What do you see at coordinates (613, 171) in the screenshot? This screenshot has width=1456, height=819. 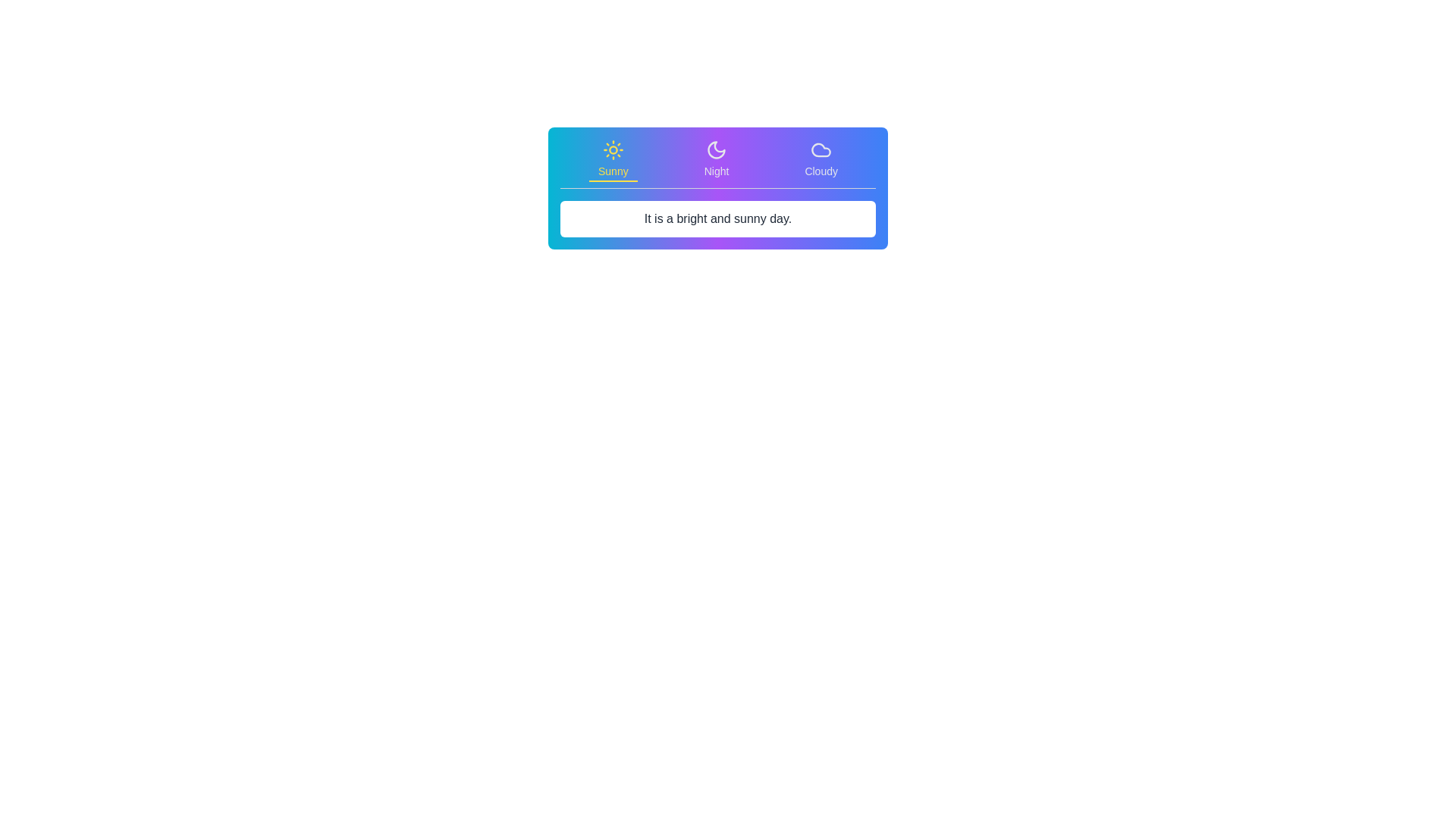 I see `the text label displaying 'Sunny' in bold yellow font, which is positioned below a sun icon and above a separator line` at bounding box center [613, 171].